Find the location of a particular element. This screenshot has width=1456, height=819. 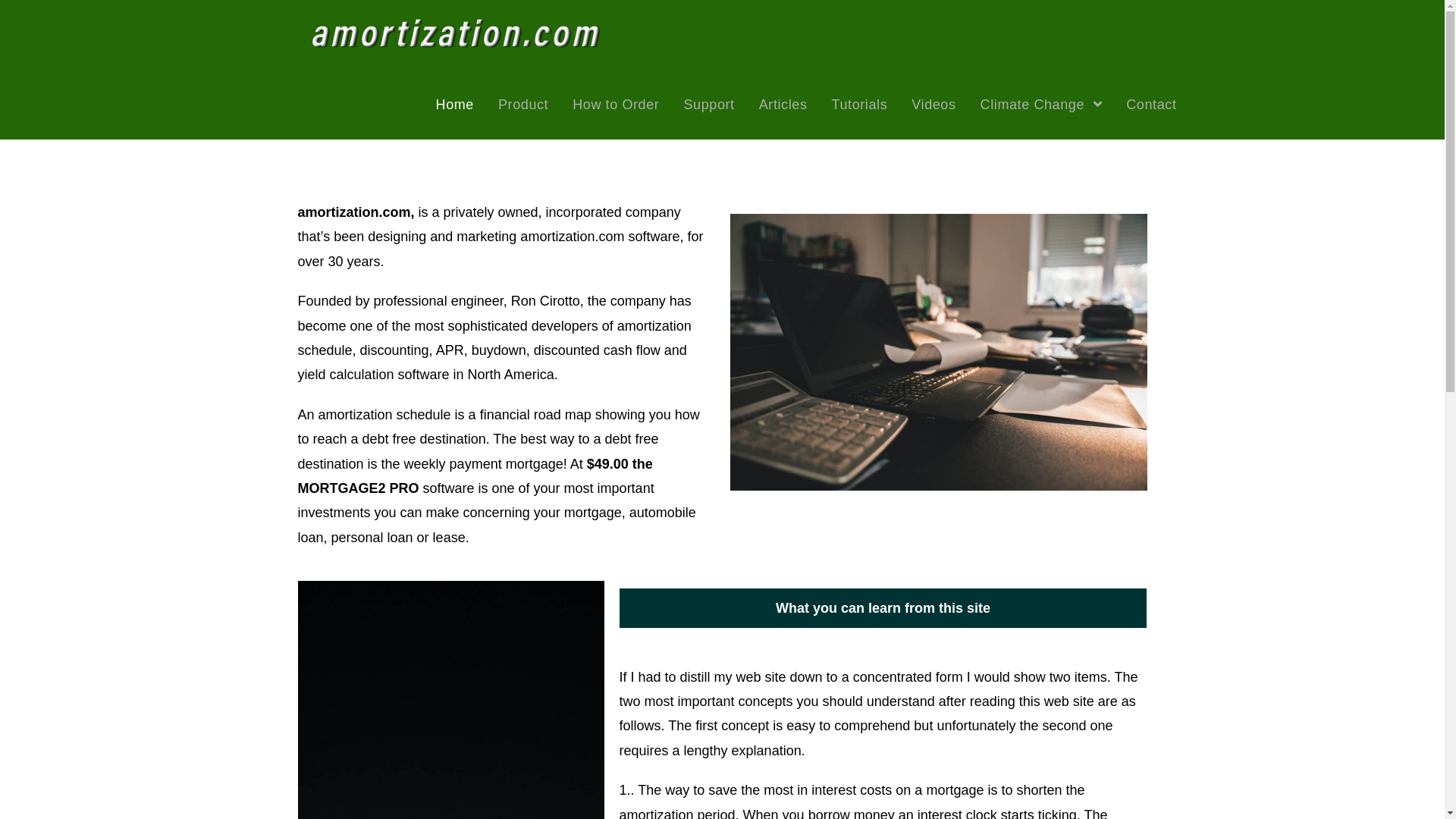

'Support' is located at coordinates (708, 104).